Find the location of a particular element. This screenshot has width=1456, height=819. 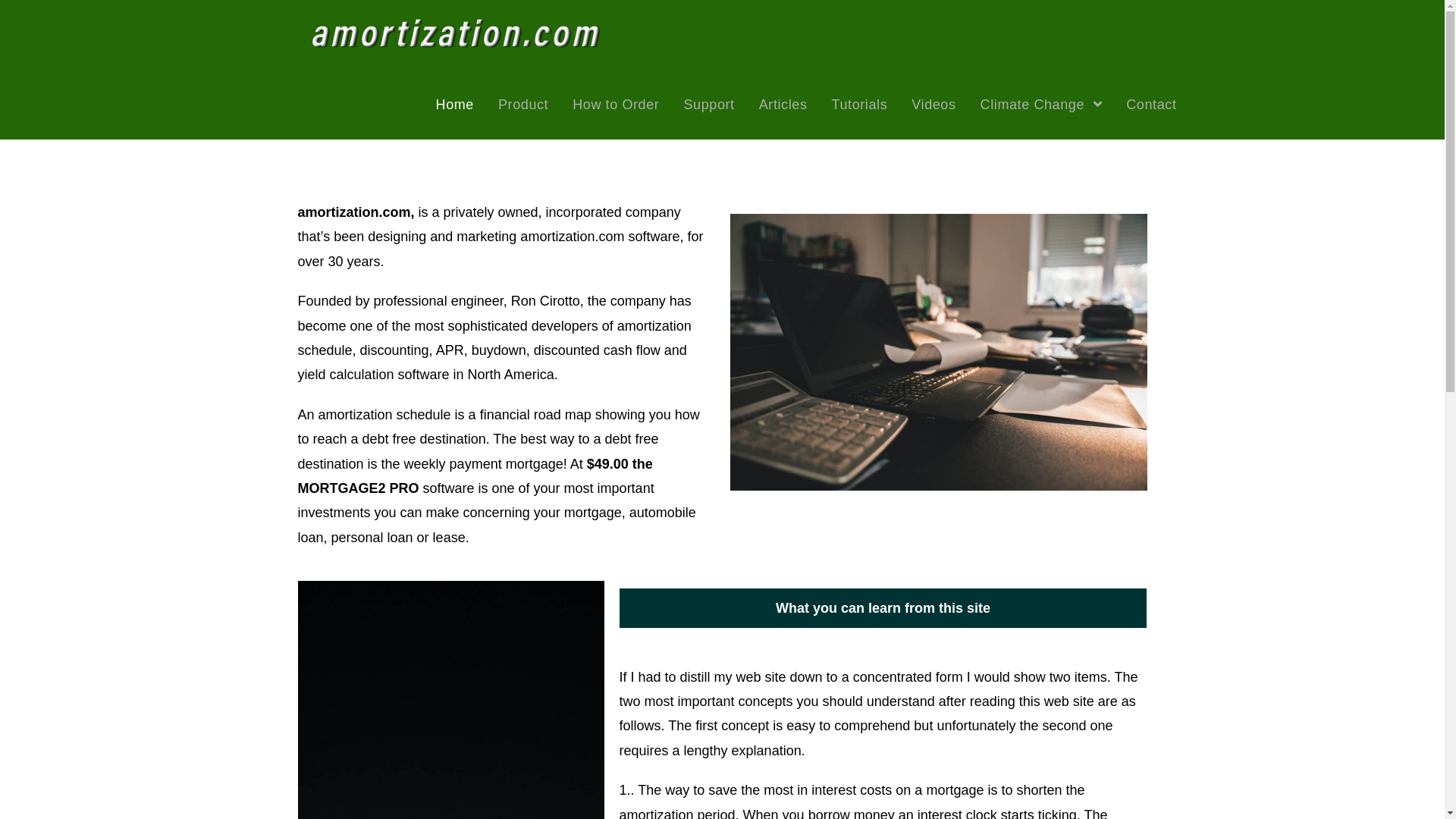

'Support' is located at coordinates (708, 104).